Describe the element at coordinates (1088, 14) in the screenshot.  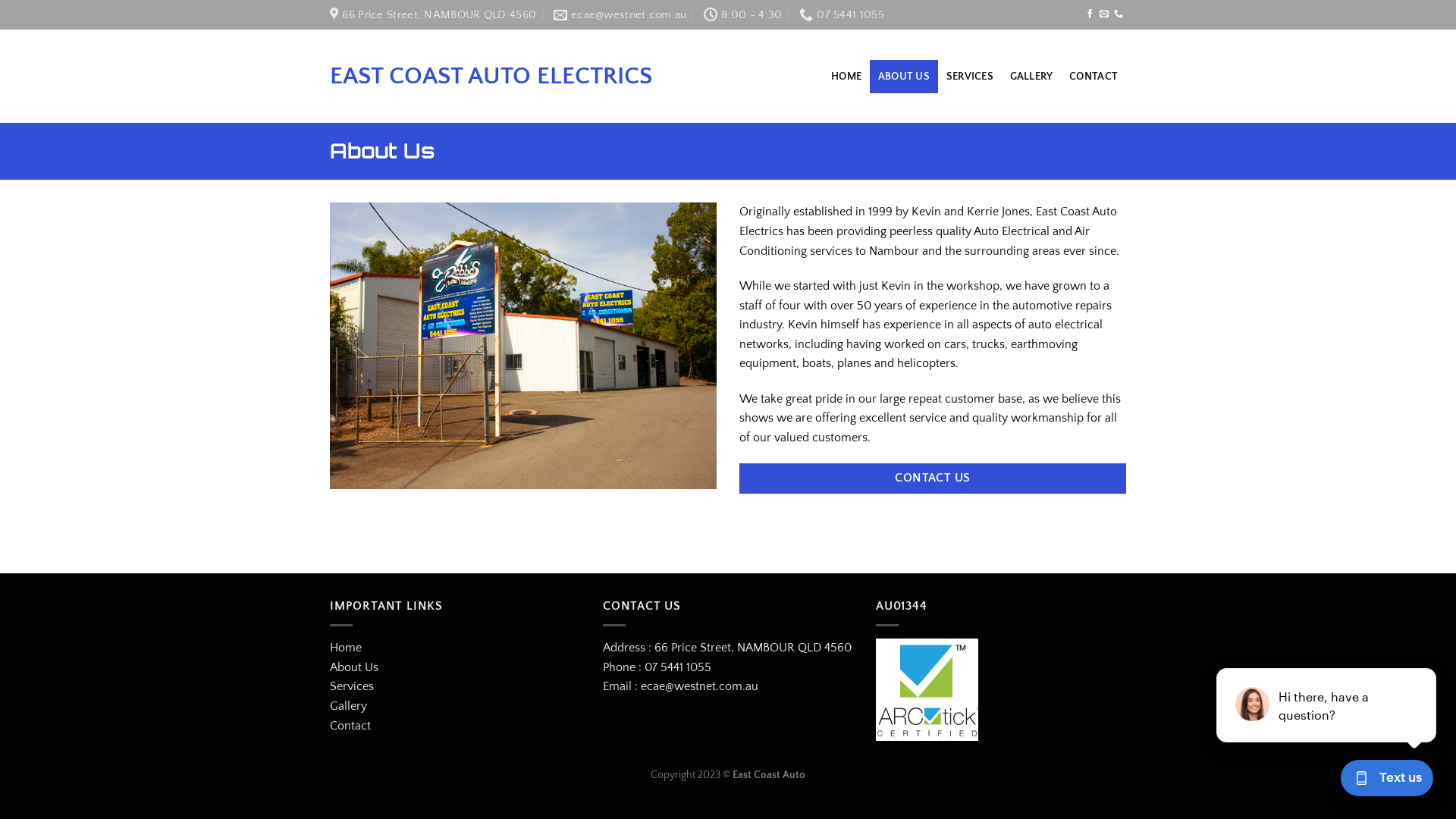
I see `'Follow on Facebook'` at that location.